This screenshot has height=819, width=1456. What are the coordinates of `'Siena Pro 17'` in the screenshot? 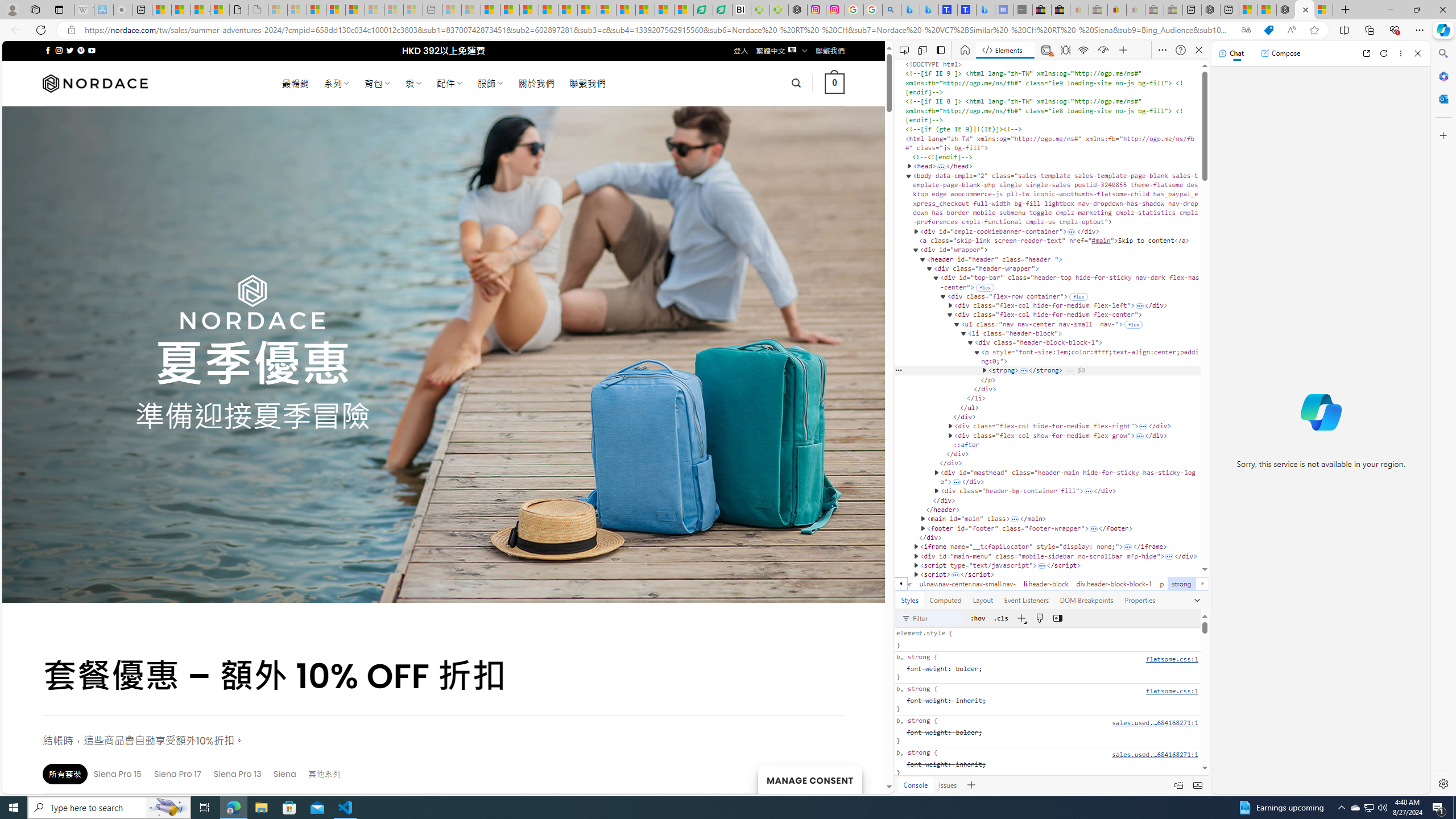 It's located at (178, 773).